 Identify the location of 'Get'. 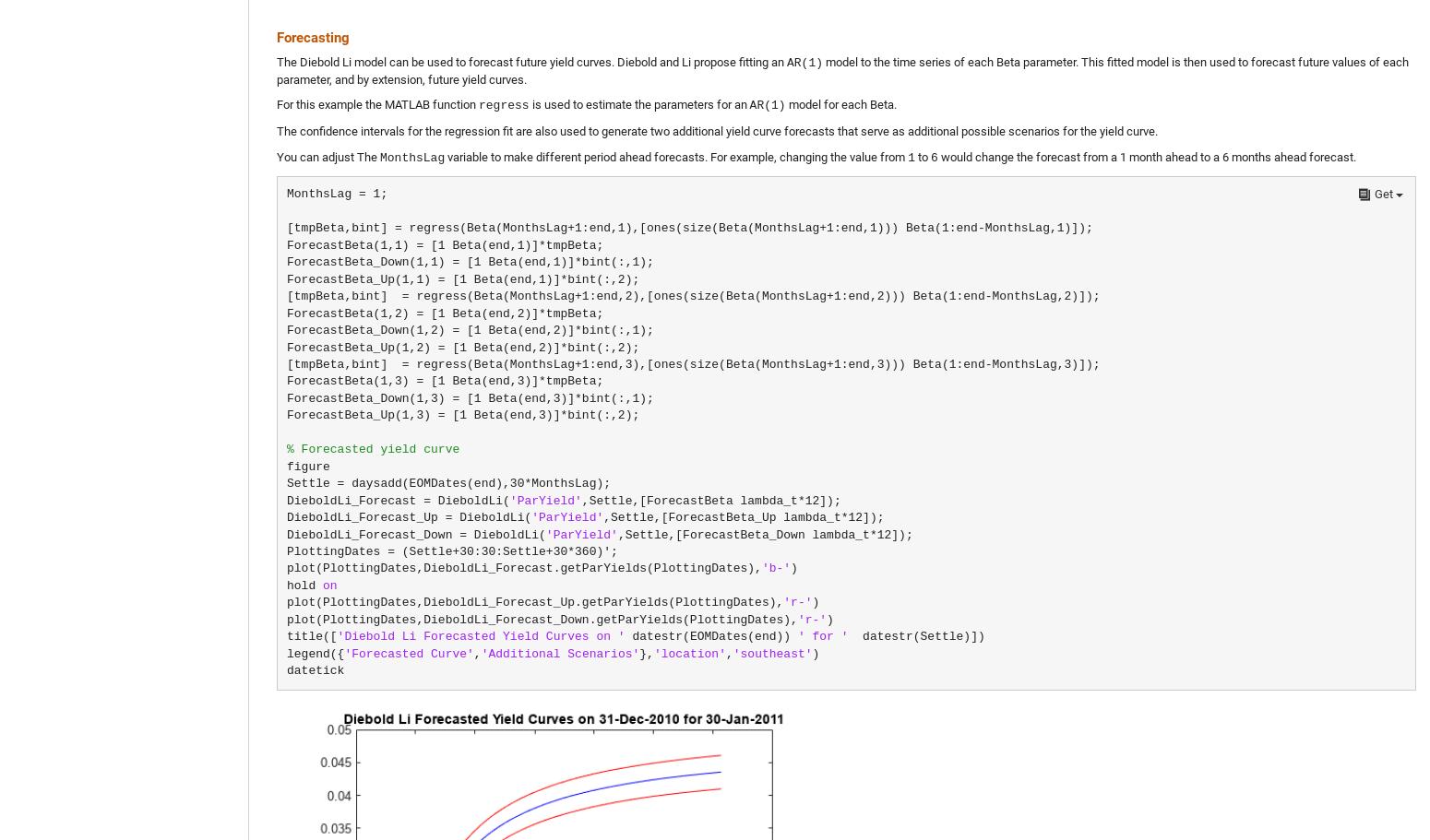
(1372, 193).